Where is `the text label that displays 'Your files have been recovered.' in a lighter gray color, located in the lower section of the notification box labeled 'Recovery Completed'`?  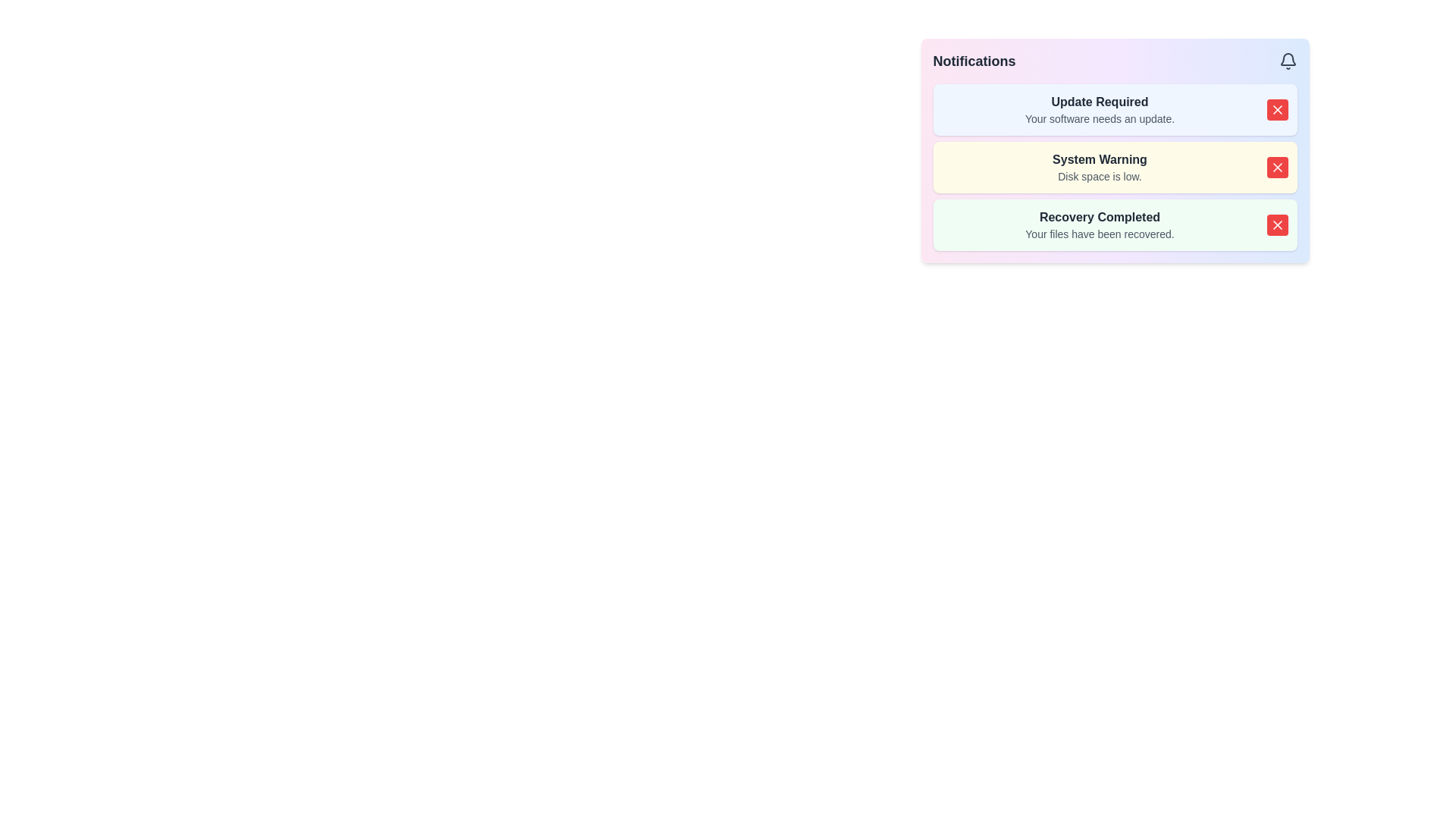
the text label that displays 'Your files have been recovered.' in a lighter gray color, located in the lower section of the notification box labeled 'Recovery Completed' is located at coordinates (1100, 234).